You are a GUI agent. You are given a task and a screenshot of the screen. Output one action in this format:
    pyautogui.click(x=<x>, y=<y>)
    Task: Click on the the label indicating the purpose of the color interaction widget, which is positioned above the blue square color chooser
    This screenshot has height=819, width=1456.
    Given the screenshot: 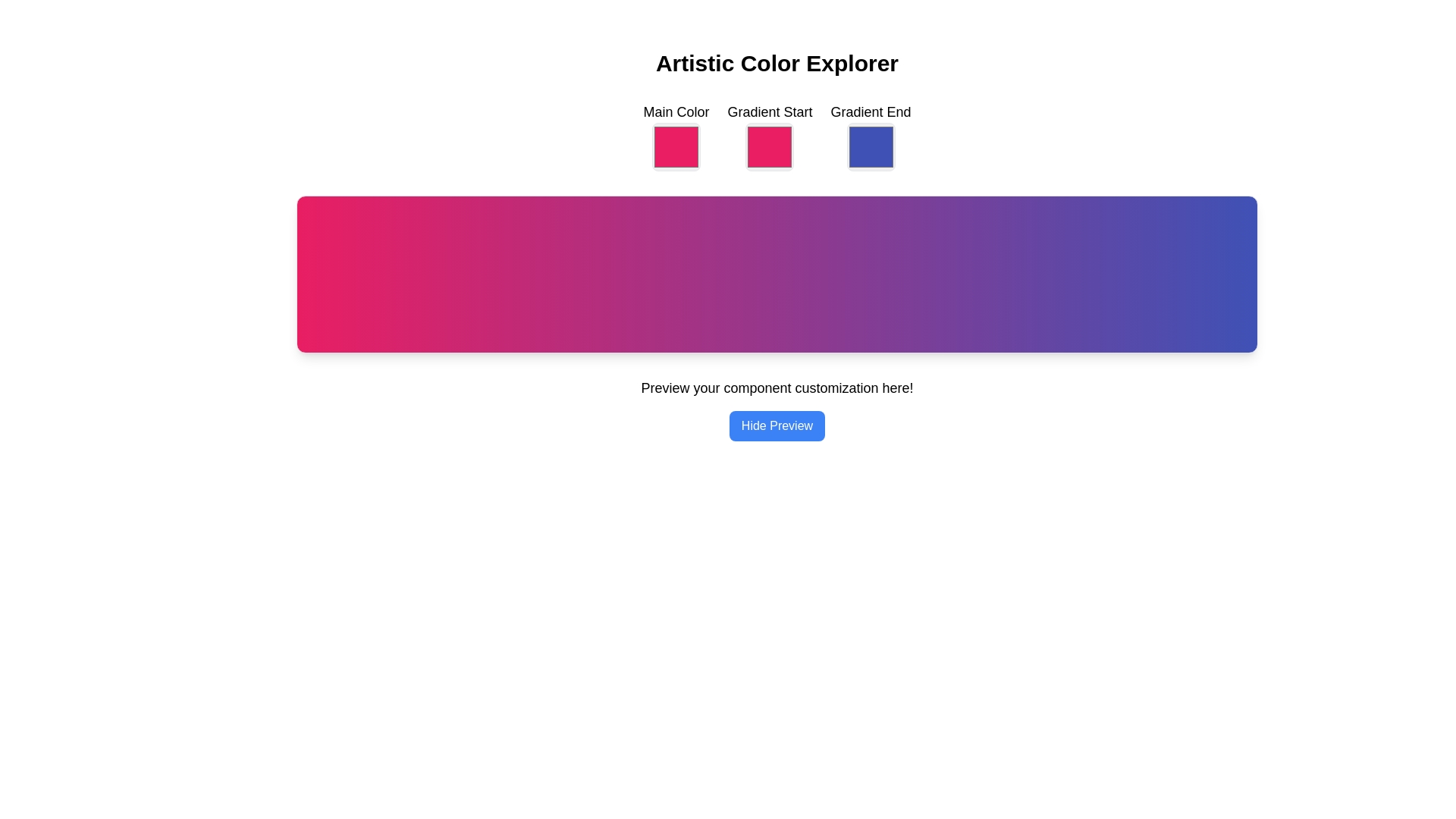 What is the action you would take?
    pyautogui.click(x=871, y=111)
    